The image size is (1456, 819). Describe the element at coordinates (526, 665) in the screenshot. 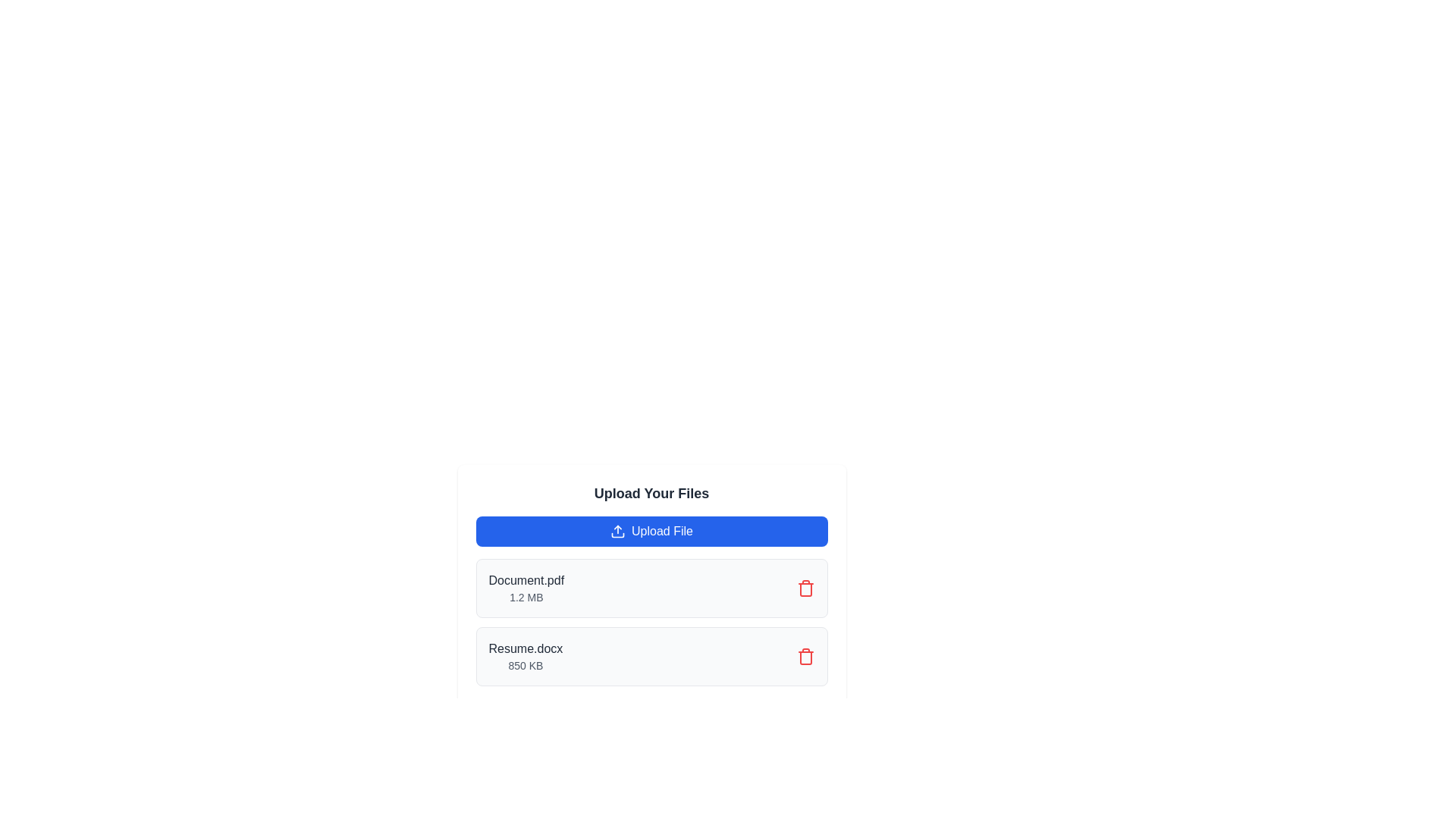

I see `file size displayed in the text label located directly below 'Resume.docx' in the file list interface` at that location.